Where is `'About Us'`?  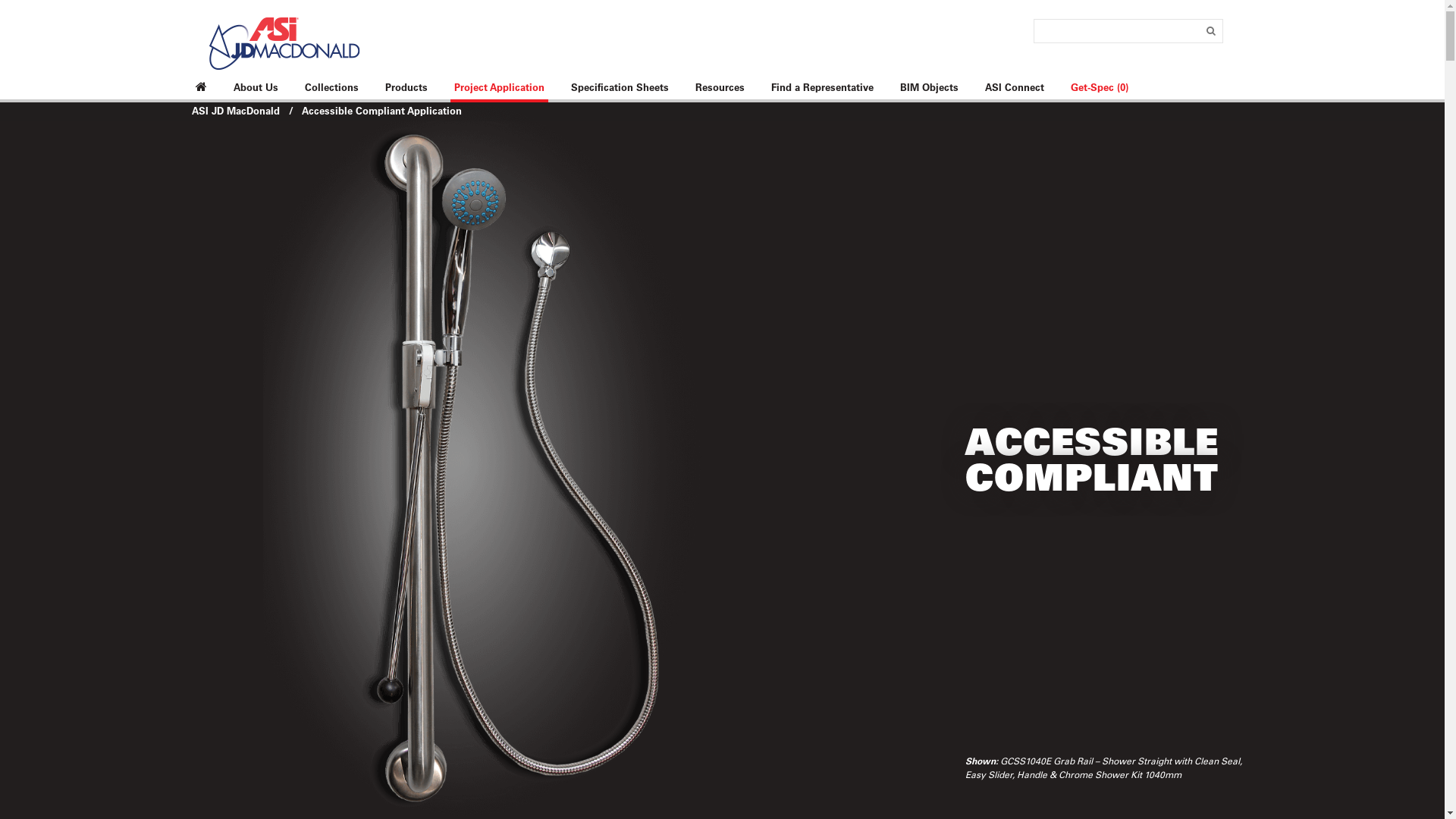
'About Us' is located at coordinates (255, 87).